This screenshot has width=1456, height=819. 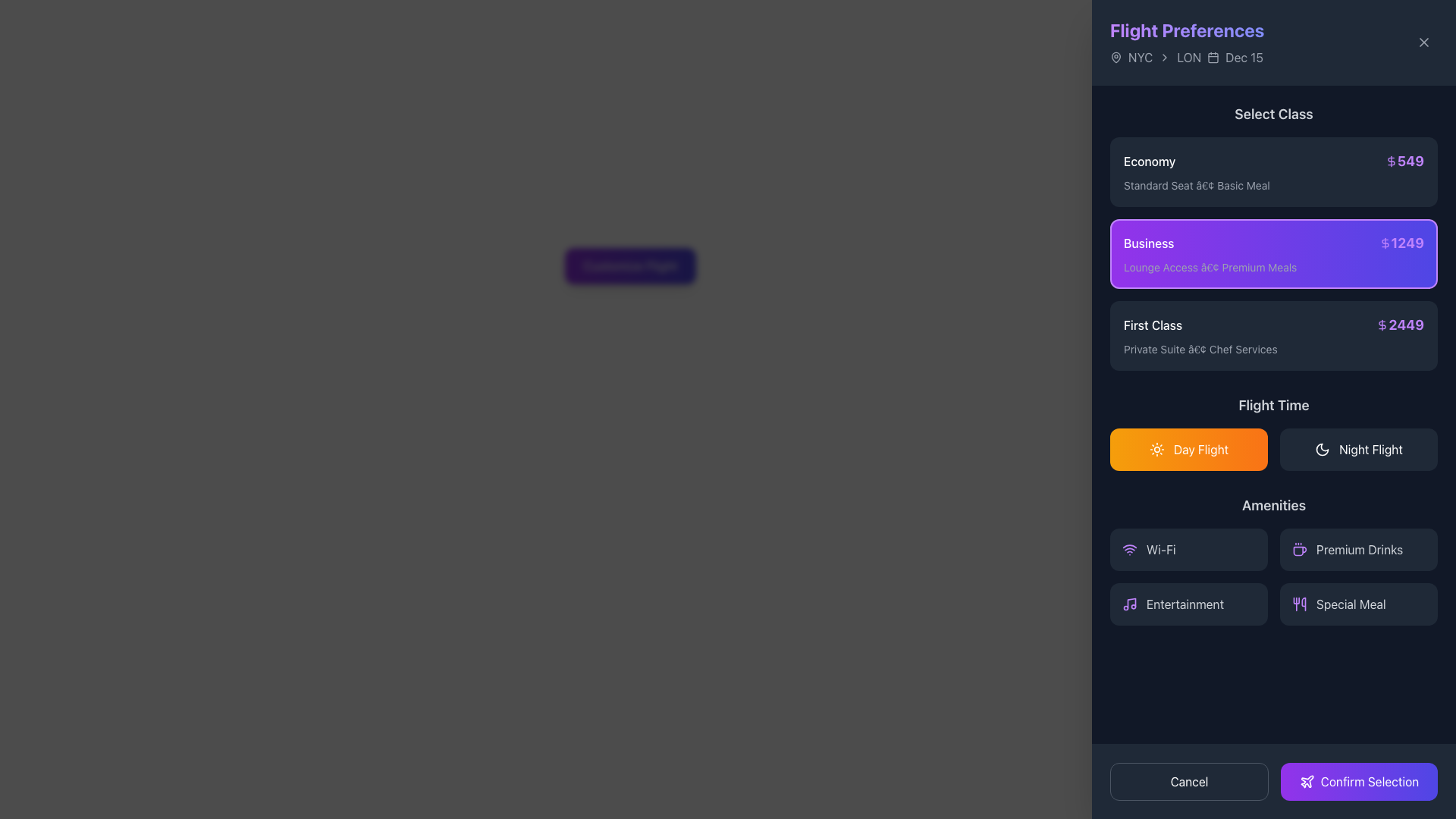 What do you see at coordinates (1213, 57) in the screenshot?
I see `the calendar icon located in the header section of the sidebar, positioned between the labels 'NYC' and 'LON', and before the text 'Dec 15'` at bounding box center [1213, 57].